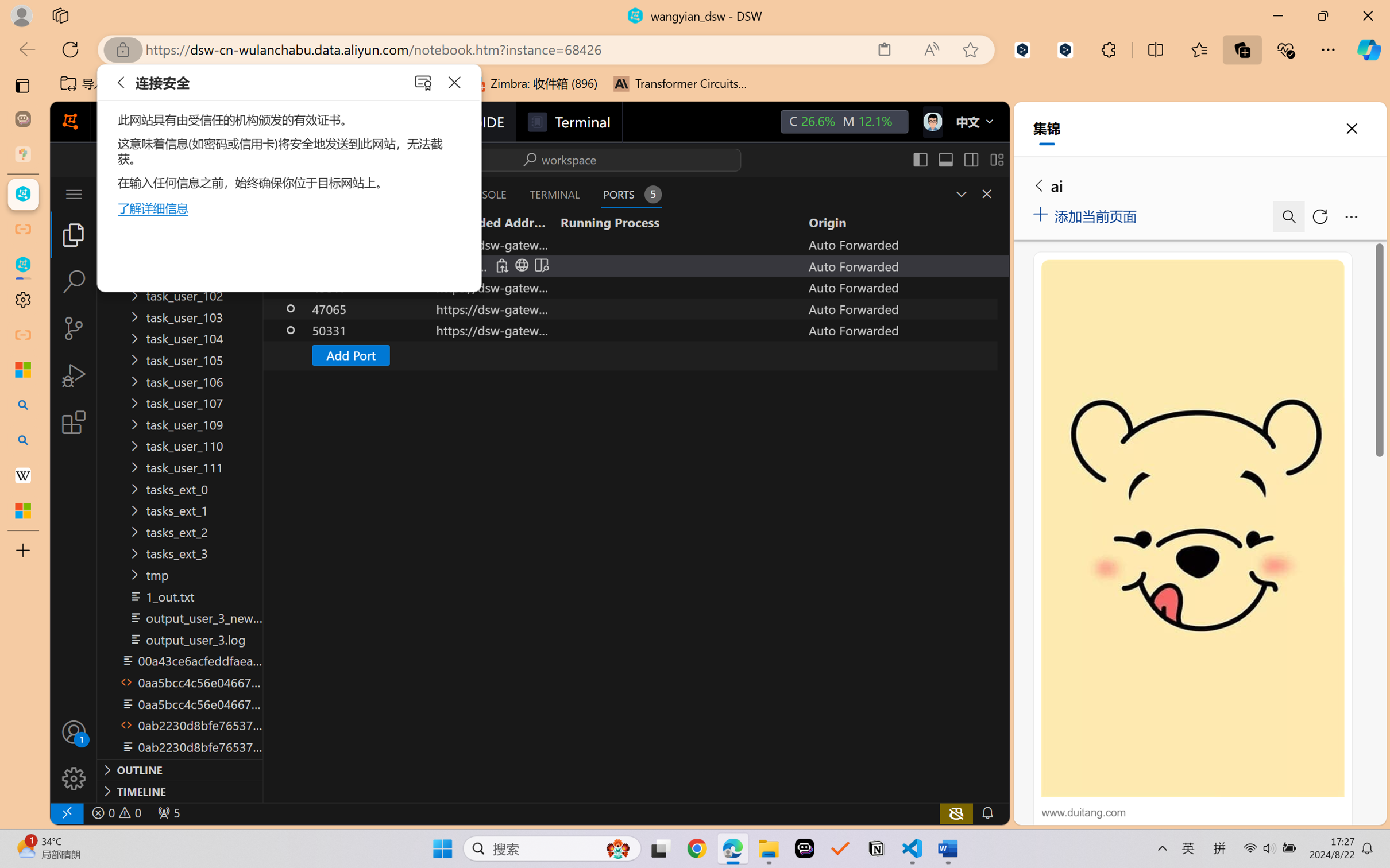 This screenshot has width=1390, height=868. I want to click on 'Toggle Primary Side Bar (Ctrl+B)', so click(920, 159).